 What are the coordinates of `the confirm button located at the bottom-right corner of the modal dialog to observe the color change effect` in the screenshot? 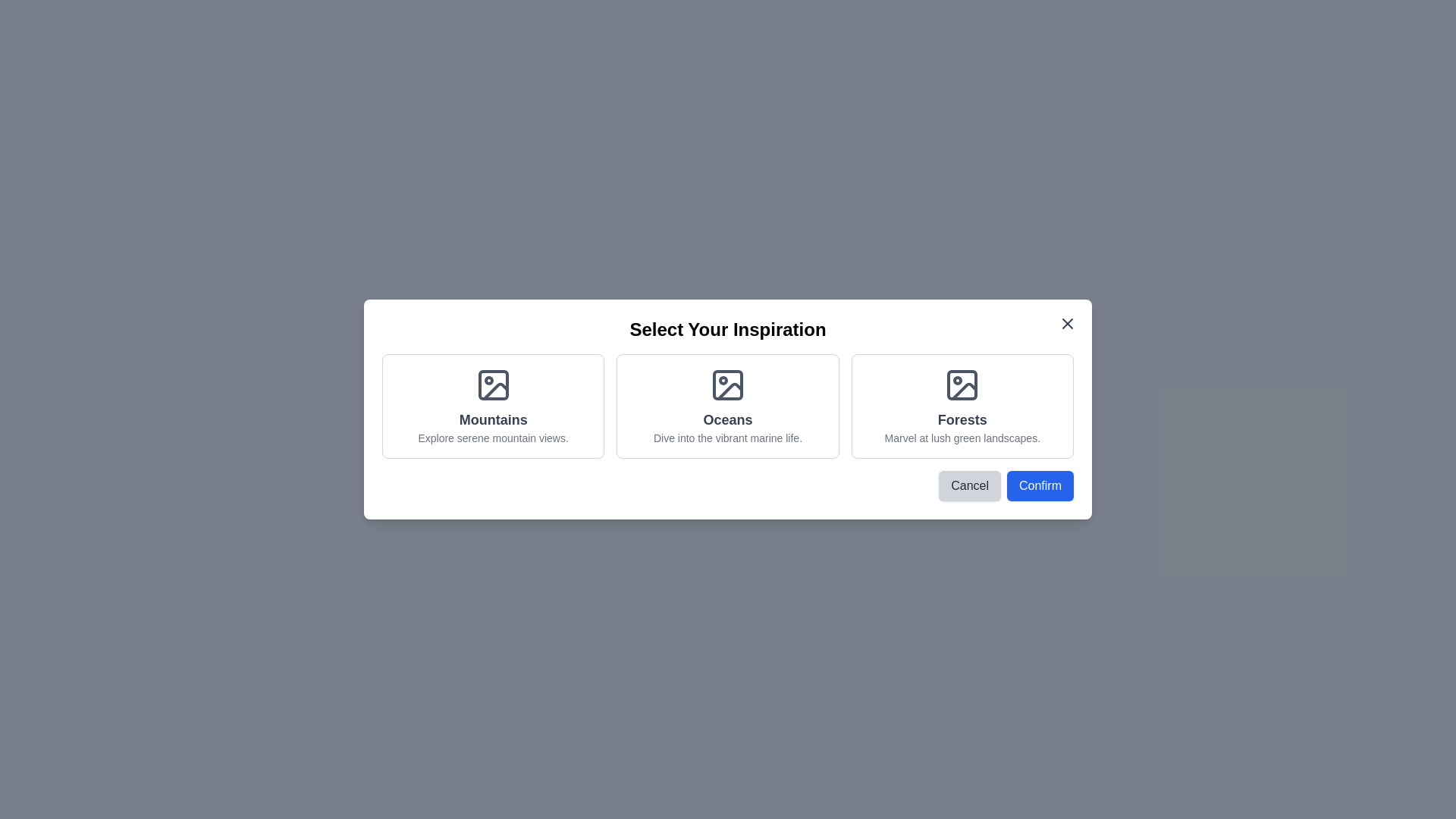 It's located at (1040, 485).